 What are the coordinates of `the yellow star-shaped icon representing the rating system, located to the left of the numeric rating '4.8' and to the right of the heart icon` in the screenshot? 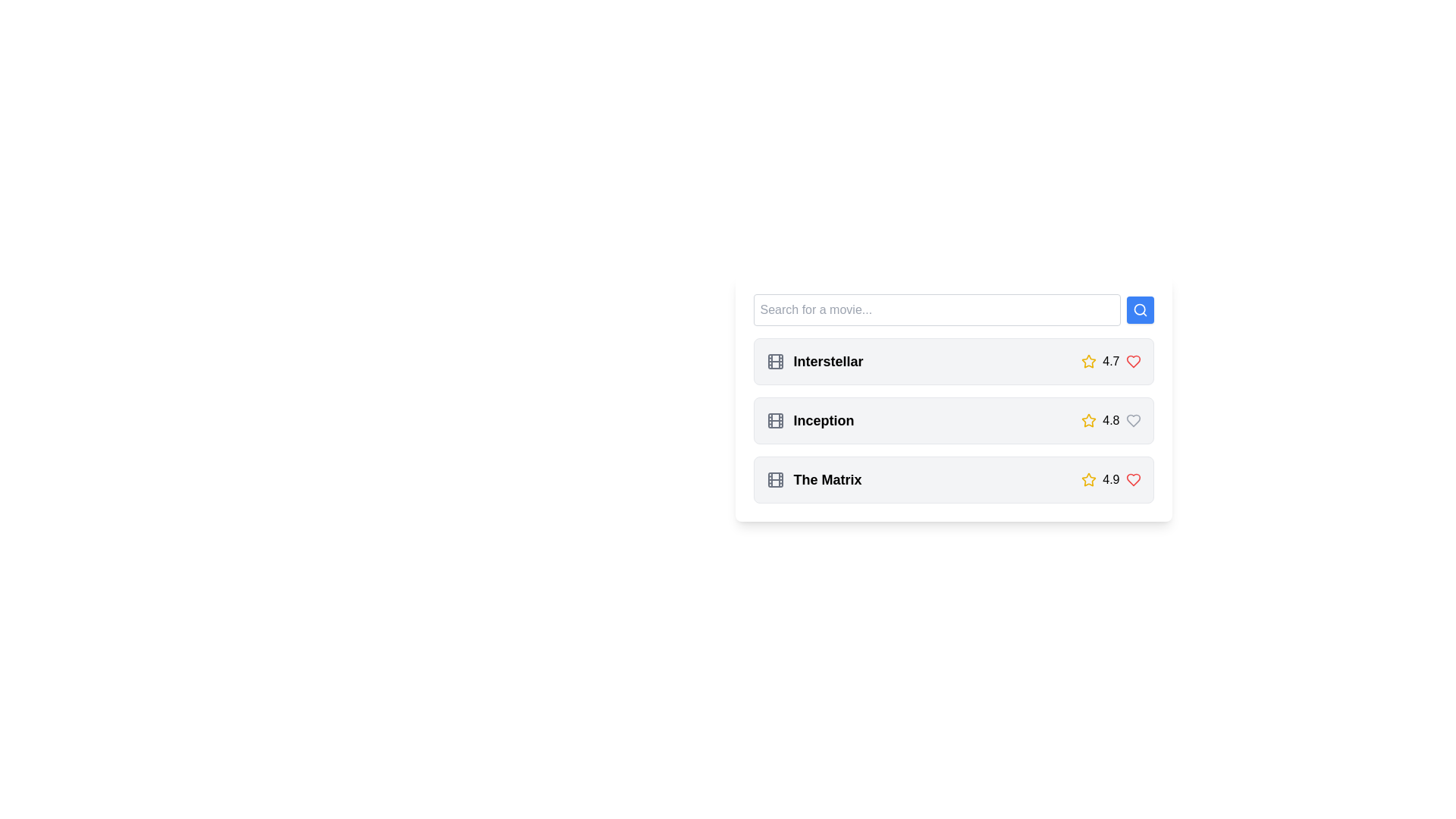 It's located at (1088, 421).